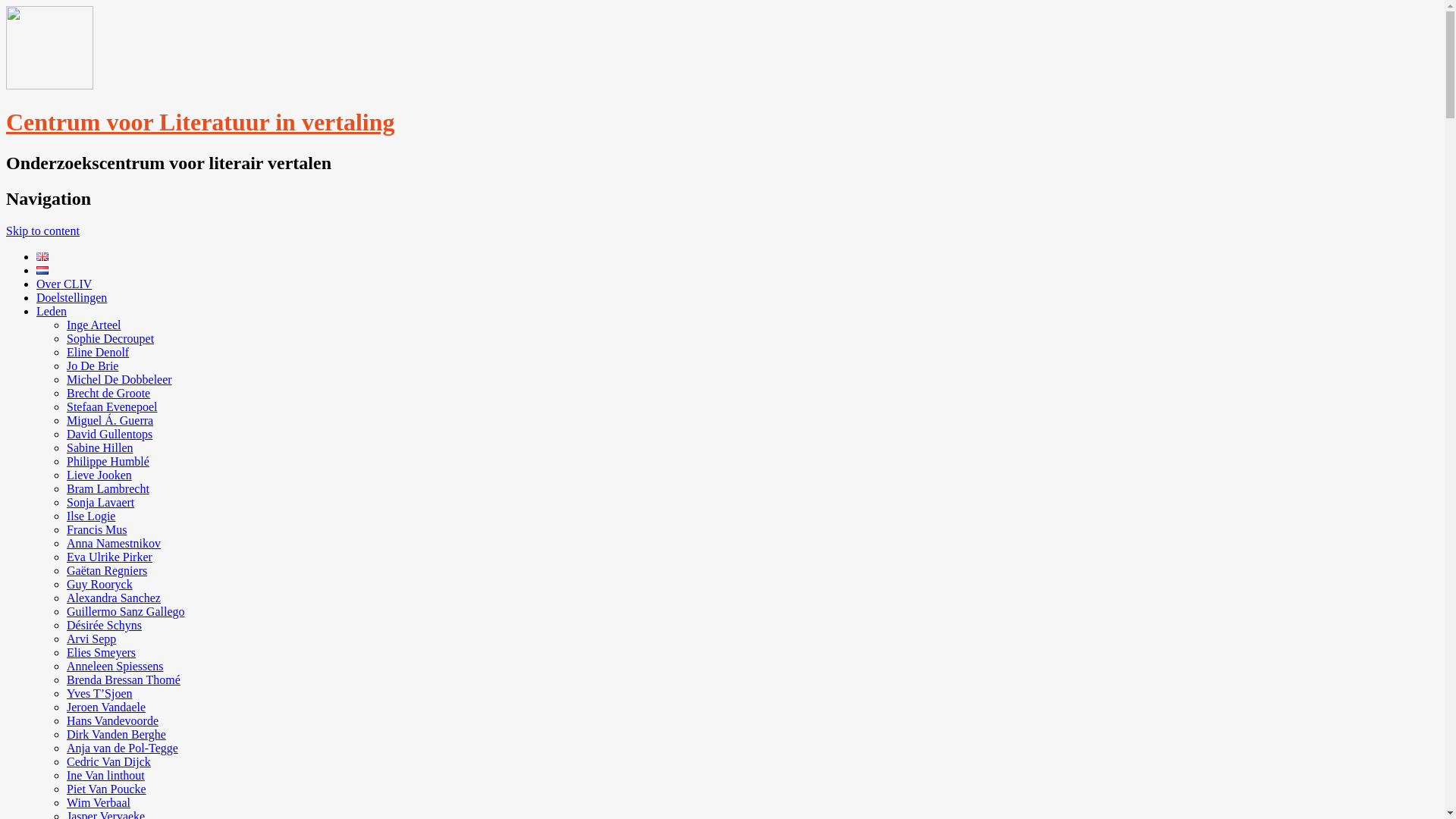  What do you see at coordinates (107, 488) in the screenshot?
I see `'Bram Lambrecht'` at bounding box center [107, 488].